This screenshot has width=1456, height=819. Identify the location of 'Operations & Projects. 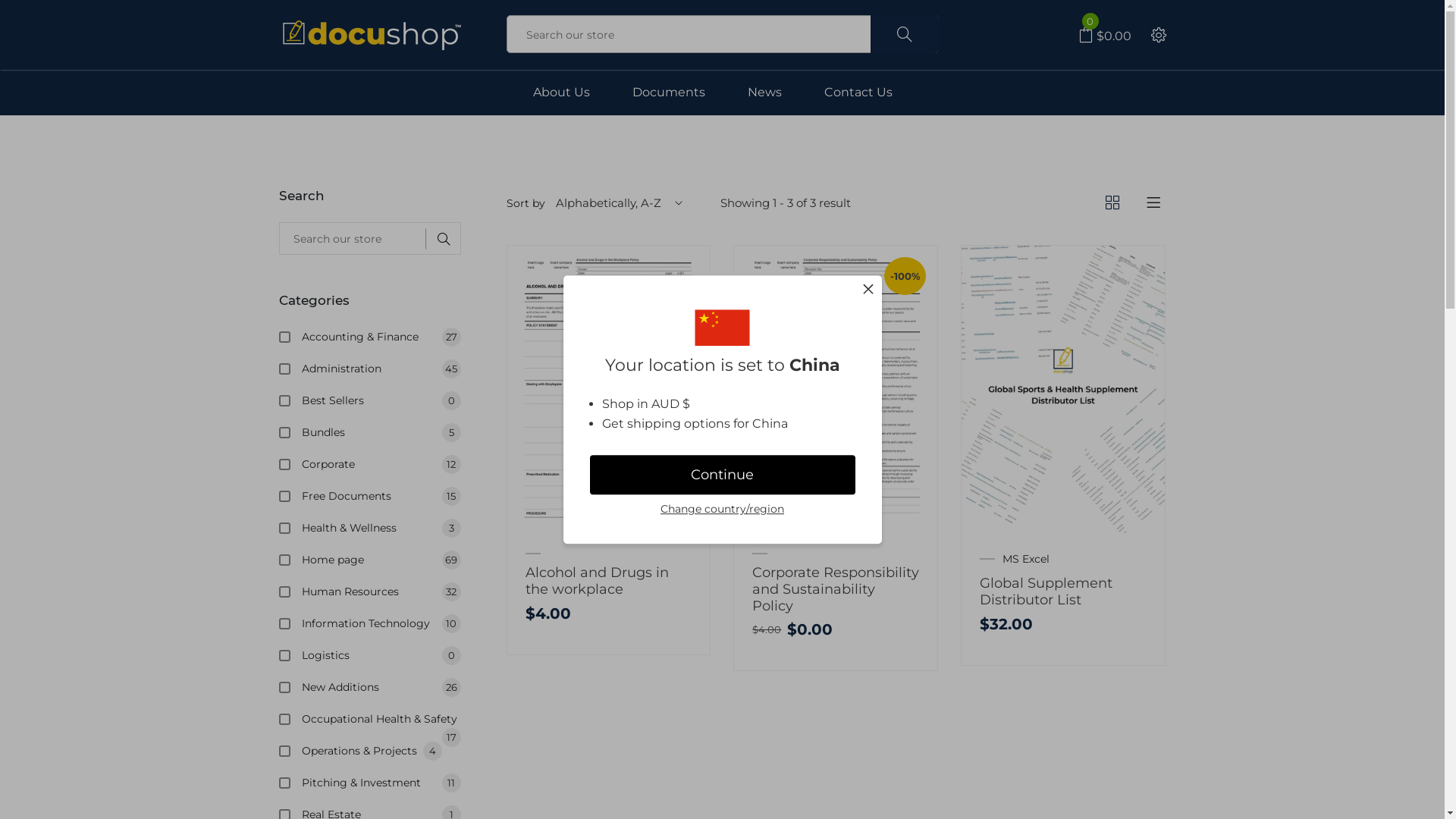
(381, 751).